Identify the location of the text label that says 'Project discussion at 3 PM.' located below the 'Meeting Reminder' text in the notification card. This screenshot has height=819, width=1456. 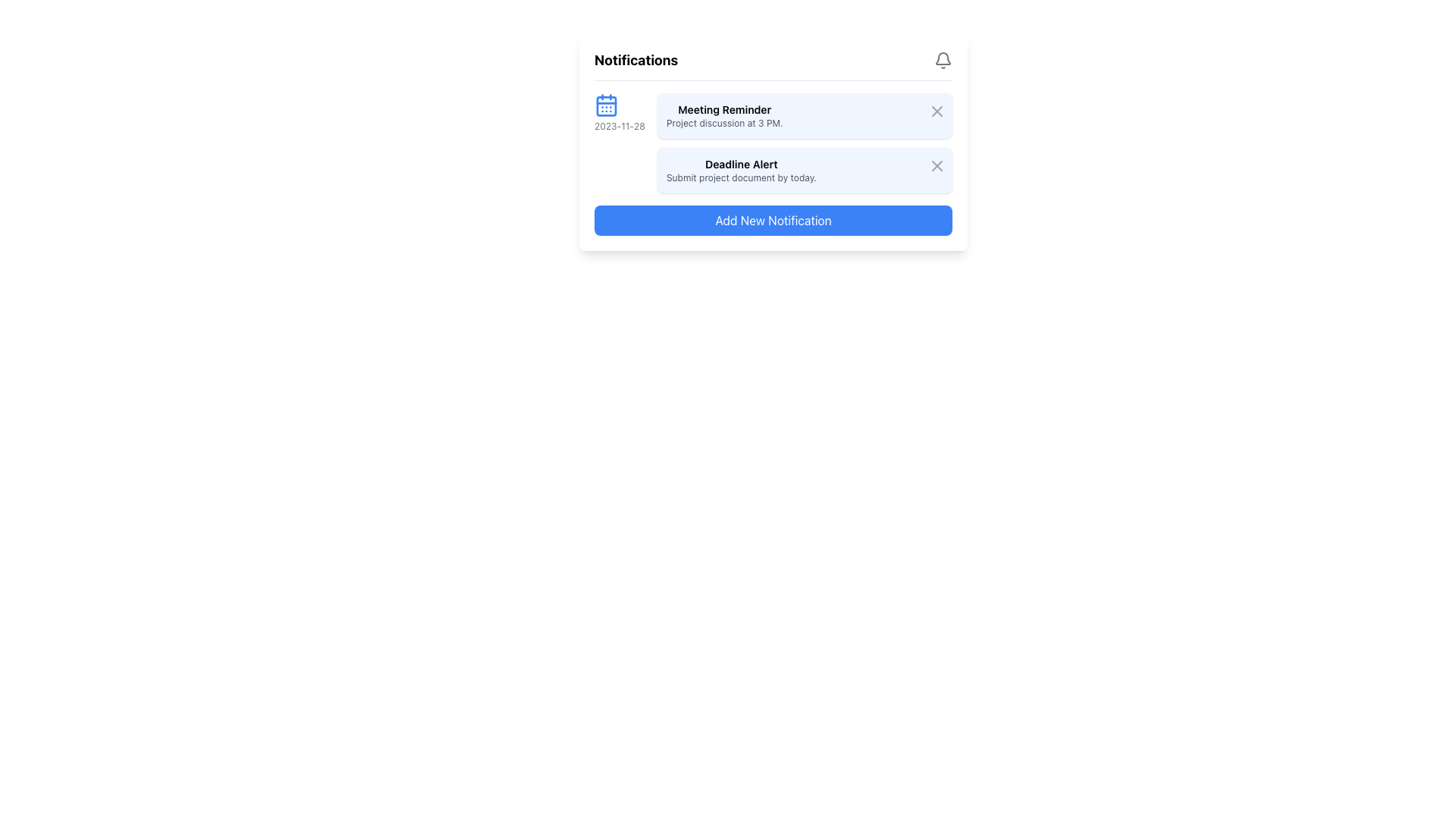
(723, 122).